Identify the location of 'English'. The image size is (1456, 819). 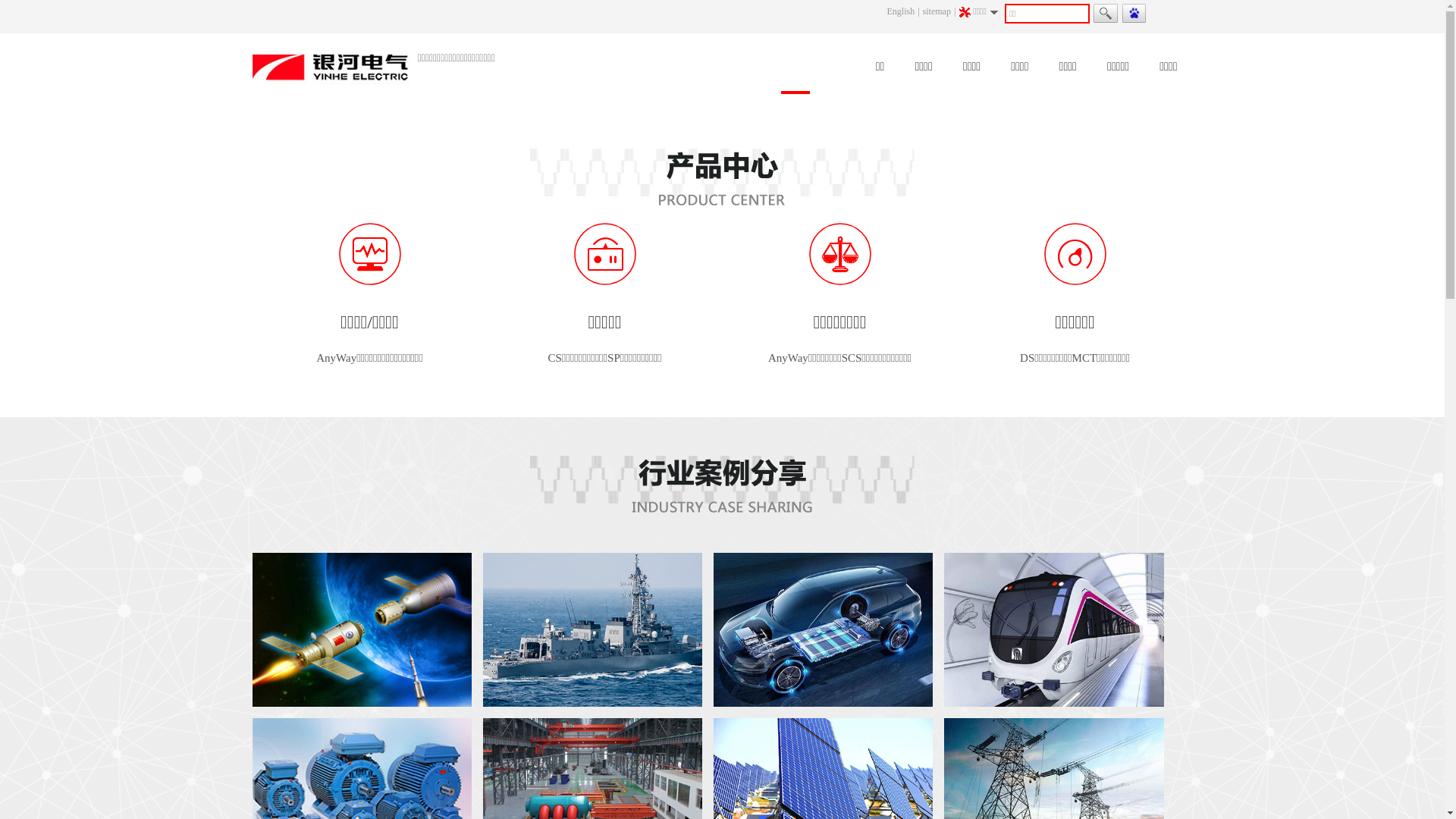
(901, 11).